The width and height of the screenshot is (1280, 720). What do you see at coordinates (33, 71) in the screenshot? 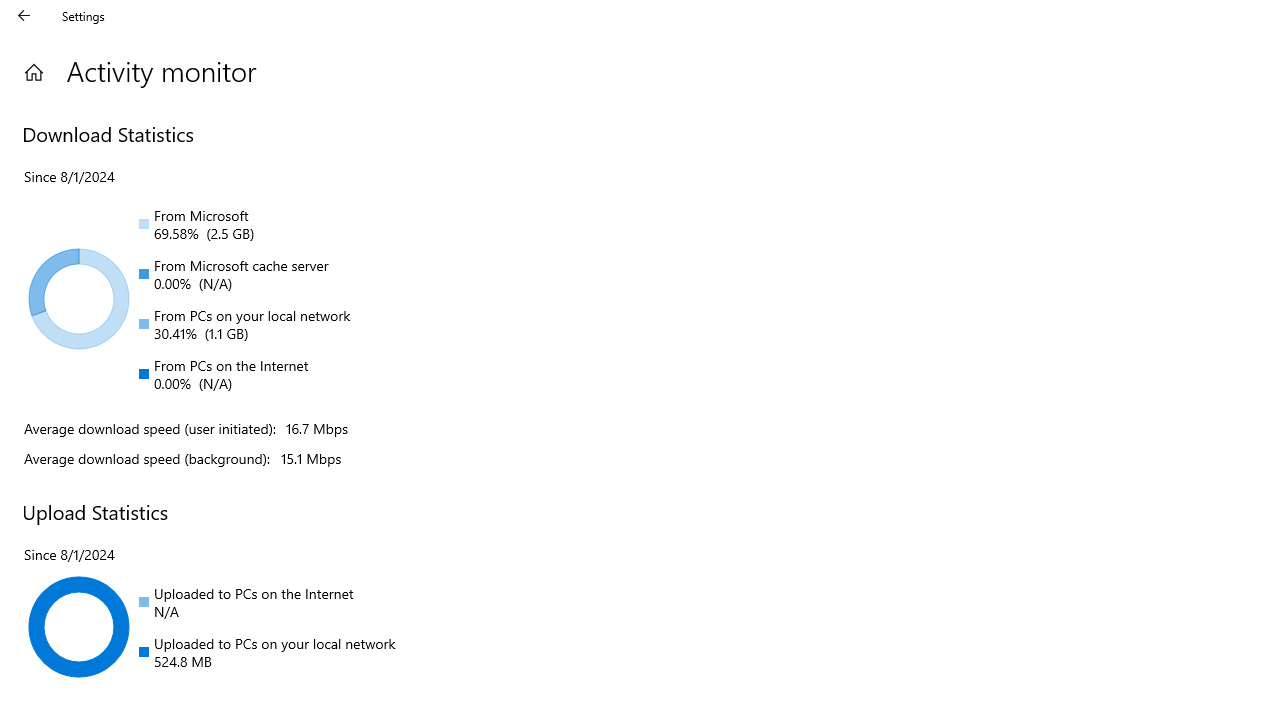
I see `'Home'` at bounding box center [33, 71].